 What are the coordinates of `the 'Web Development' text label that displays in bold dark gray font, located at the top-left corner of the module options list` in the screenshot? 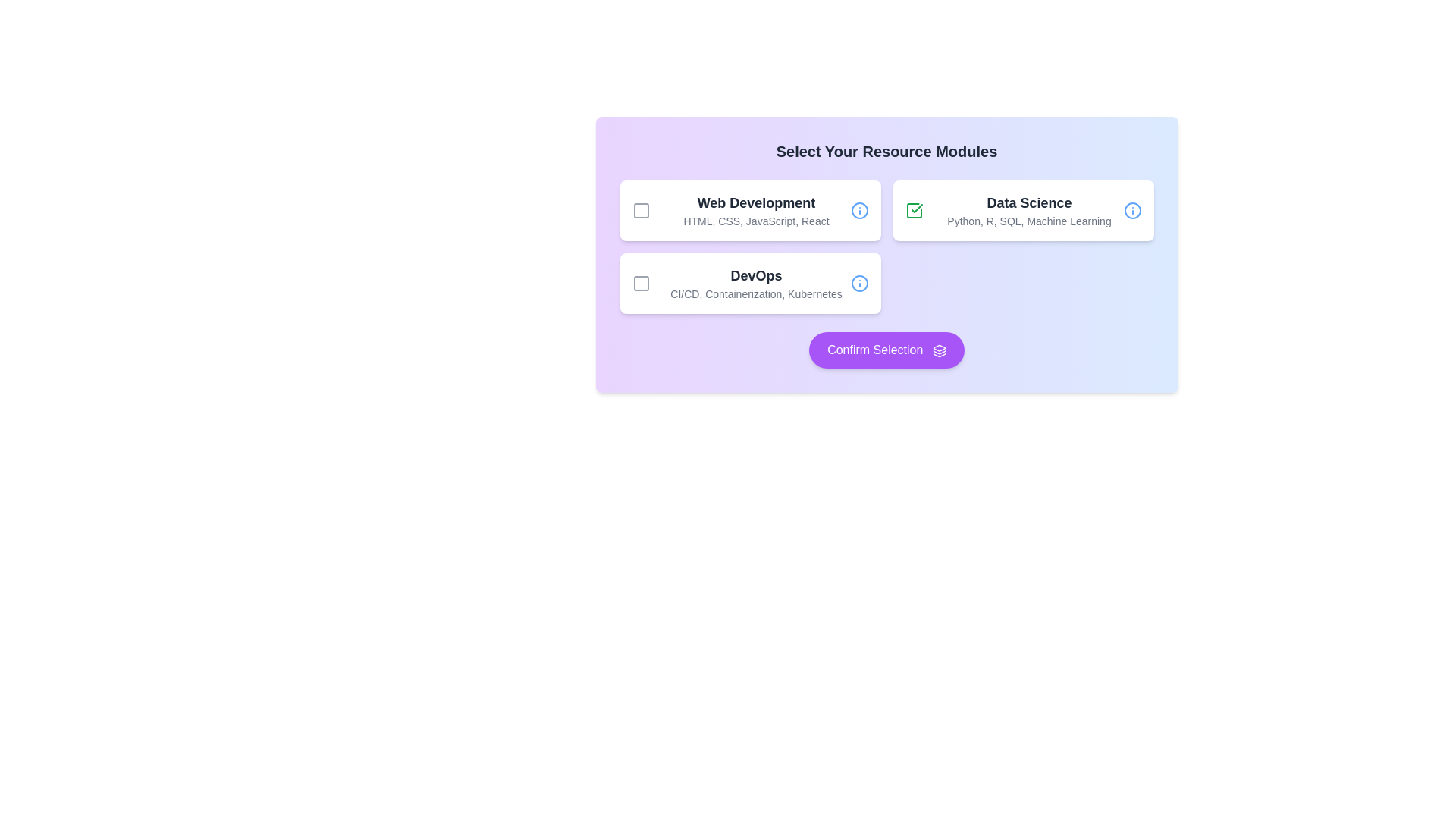 It's located at (756, 202).